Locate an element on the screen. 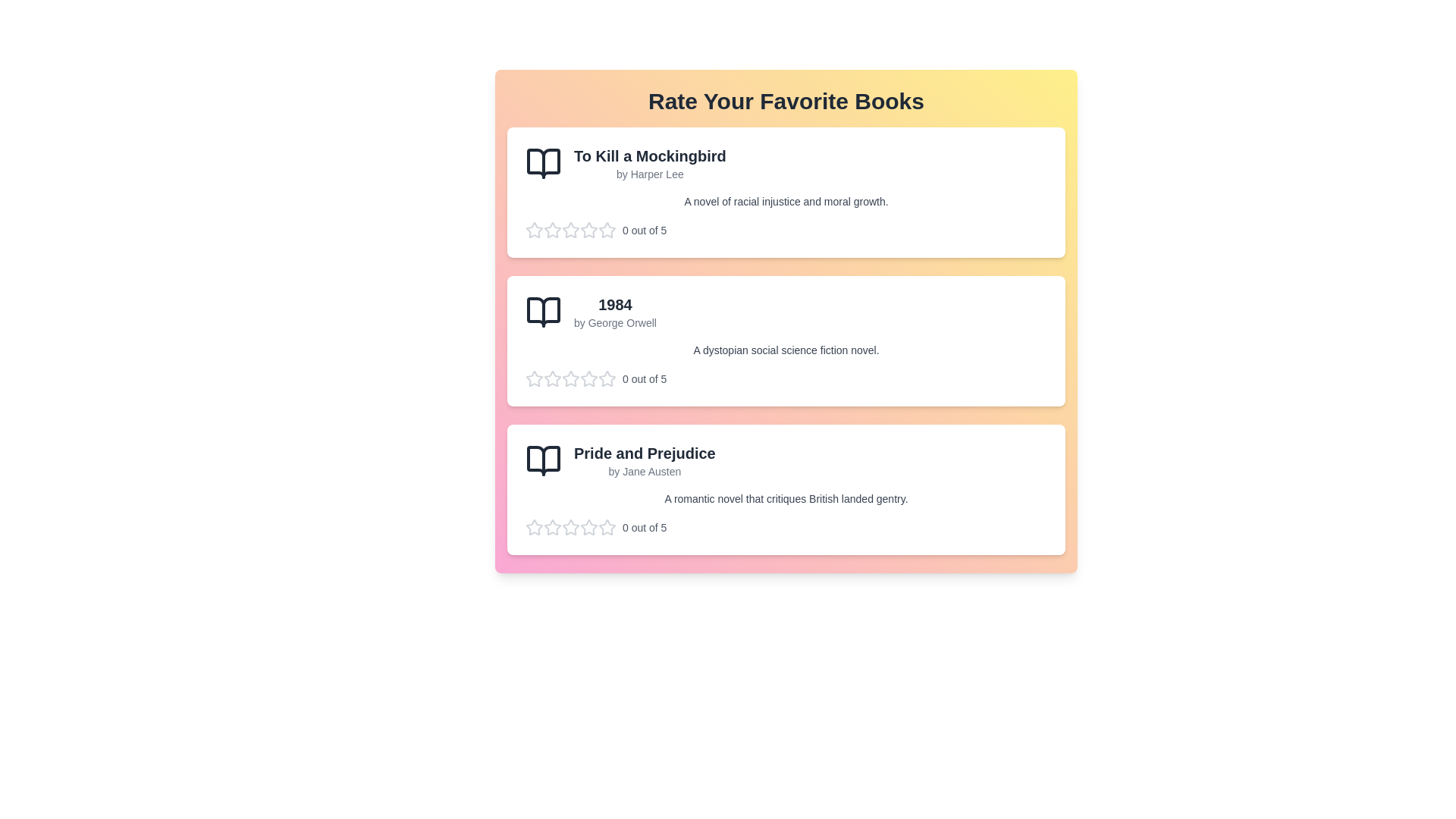  the static text element that displays the author's name 'George Orwell' for the book '1984', which is positioned below the title within the second book card is located at coordinates (615, 322).